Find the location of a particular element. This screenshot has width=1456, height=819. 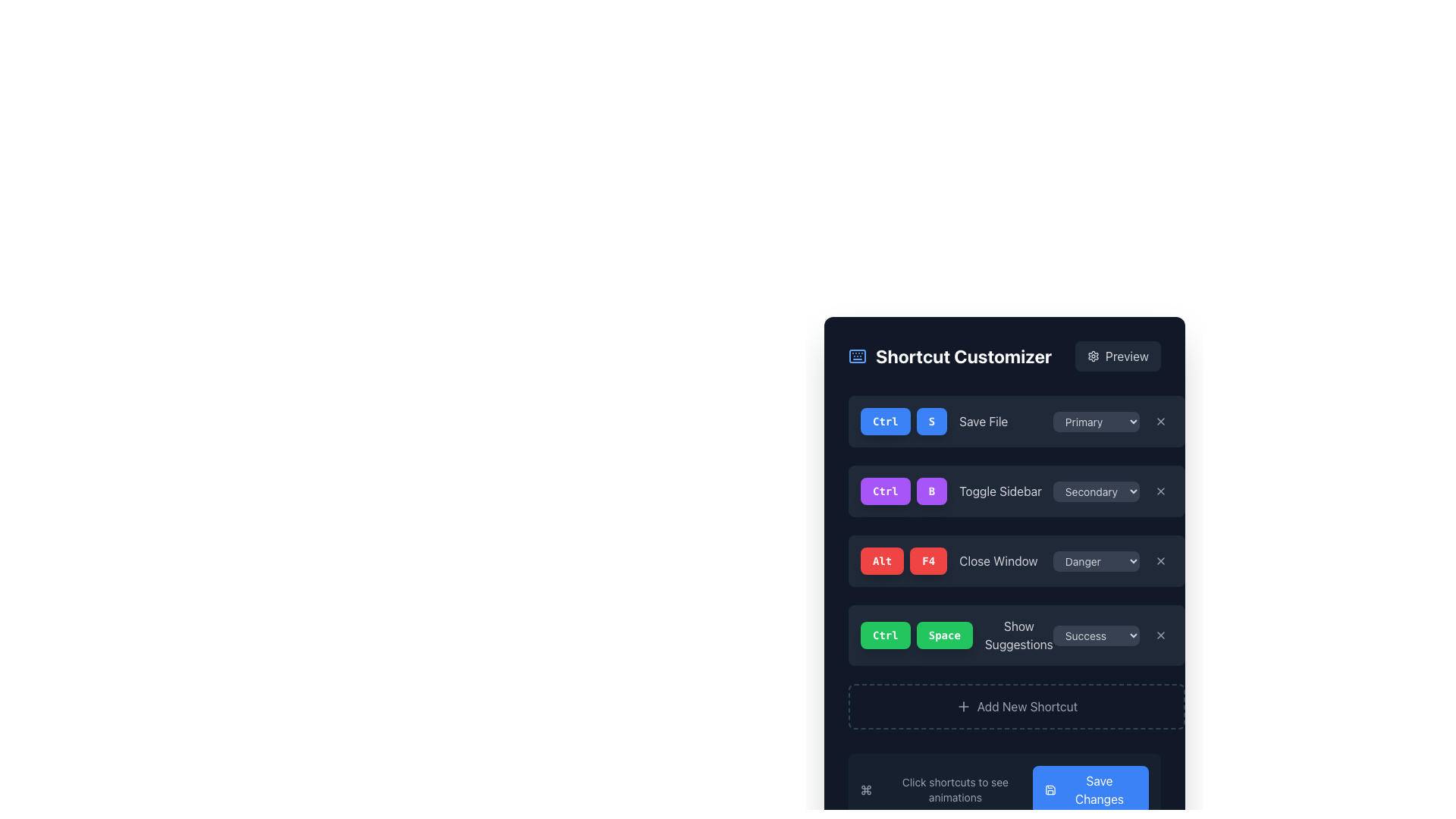

the button representing the 'S' keybinding, which is located immediately to the right of the 'Ctrl' button in the horizontal grouping of buttons is located at coordinates (930, 421).